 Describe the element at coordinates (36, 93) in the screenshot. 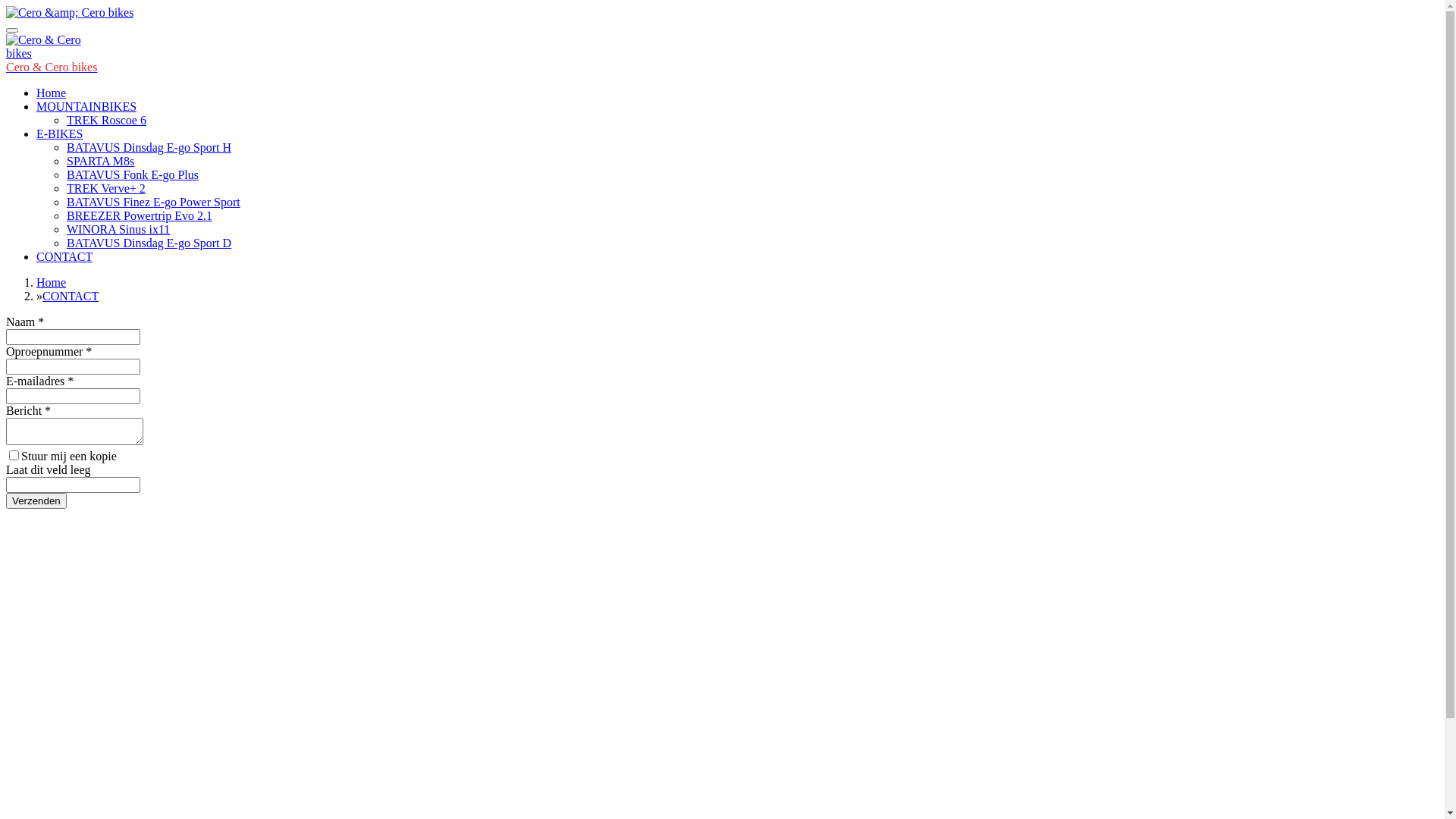

I see `'Home'` at that location.